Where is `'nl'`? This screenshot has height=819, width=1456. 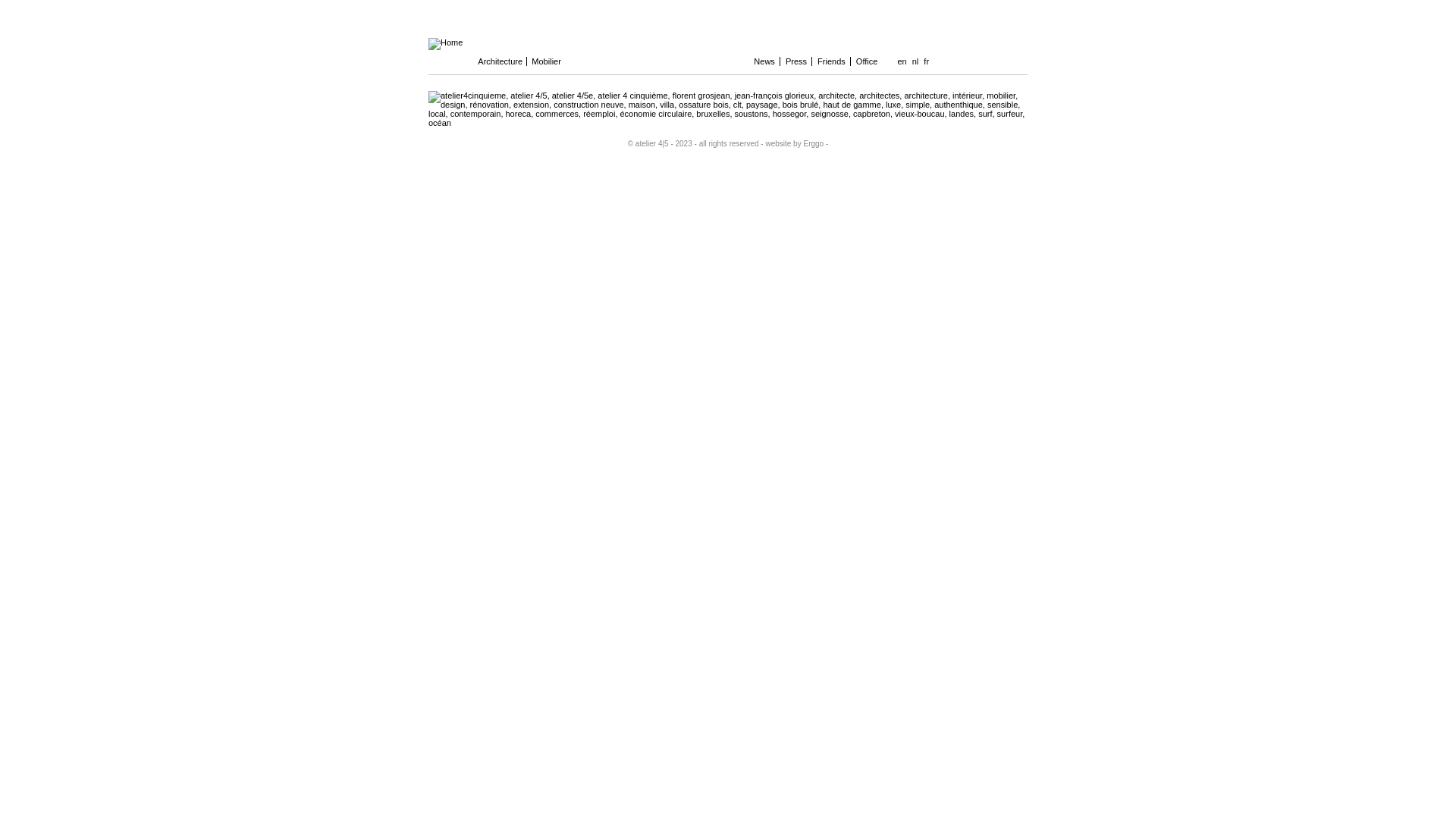
'nl' is located at coordinates (915, 61).